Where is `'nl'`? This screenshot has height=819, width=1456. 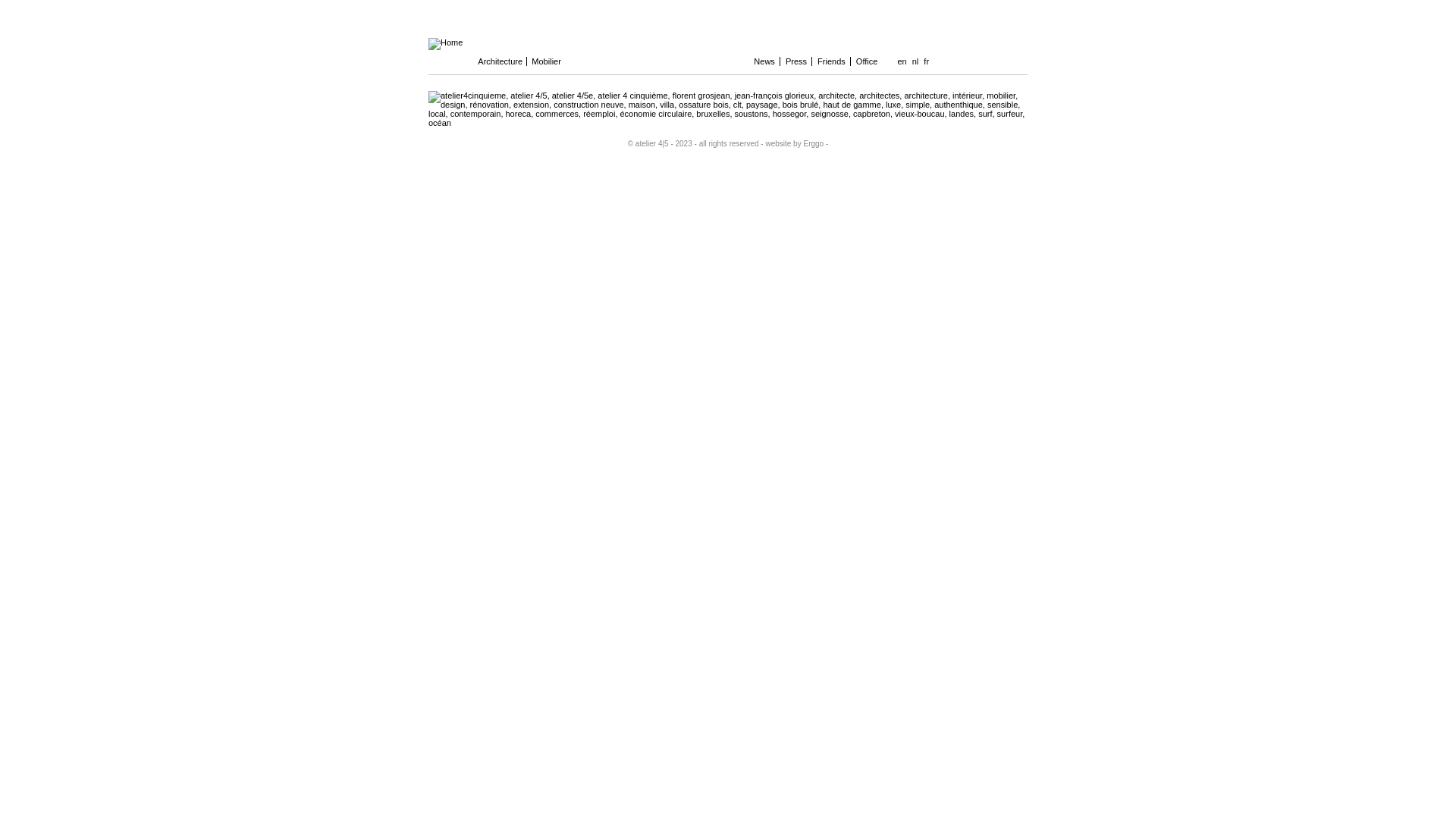
'nl' is located at coordinates (915, 61).